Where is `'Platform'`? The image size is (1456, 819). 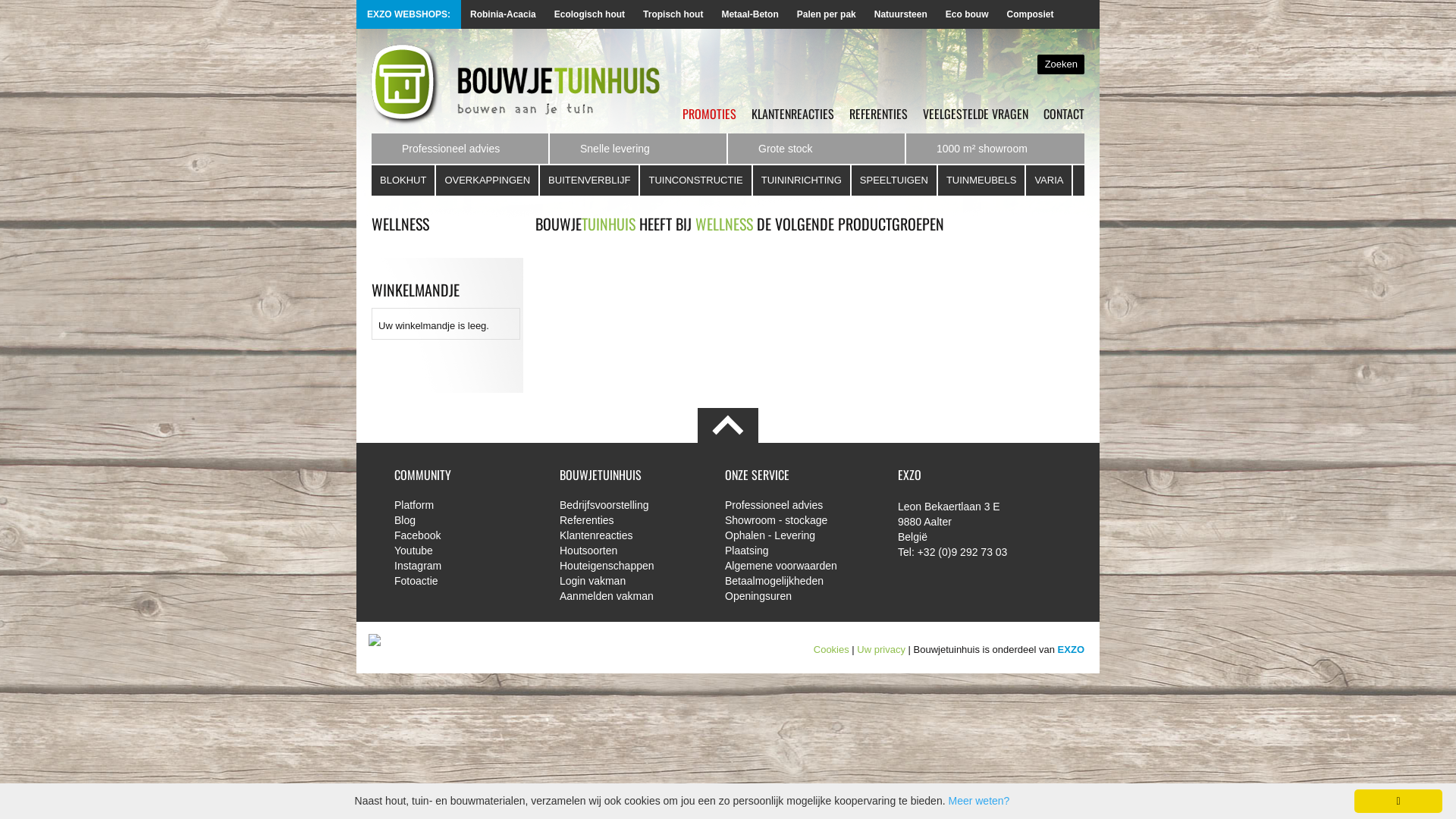
'Platform' is located at coordinates (394, 505).